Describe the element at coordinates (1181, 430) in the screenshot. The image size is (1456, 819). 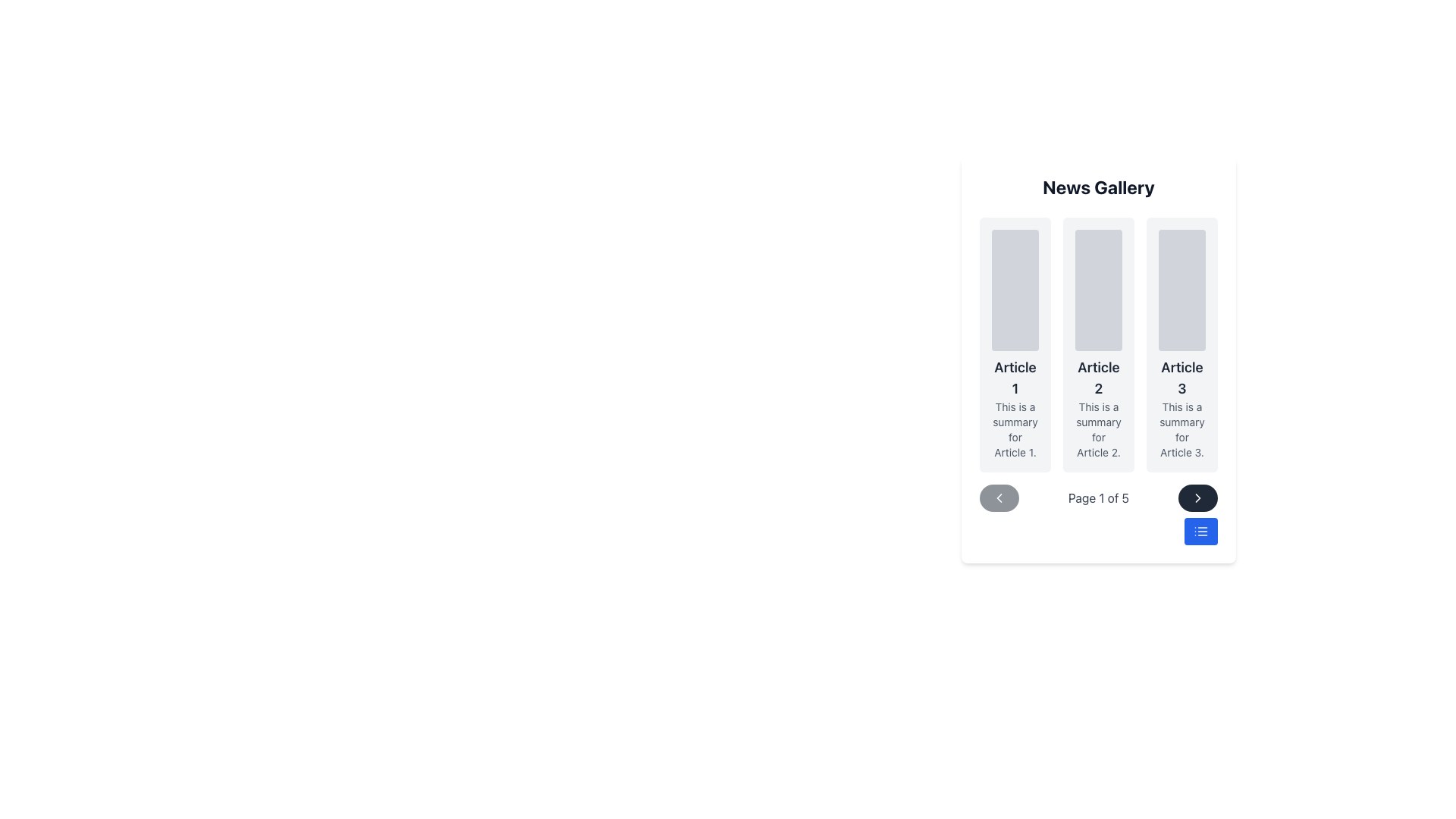
I see `the text label stating 'This is a summary for Article 3.' which is styled in subdued gray and located below the heading 'Article 3' in the third column of the gallery list` at that location.